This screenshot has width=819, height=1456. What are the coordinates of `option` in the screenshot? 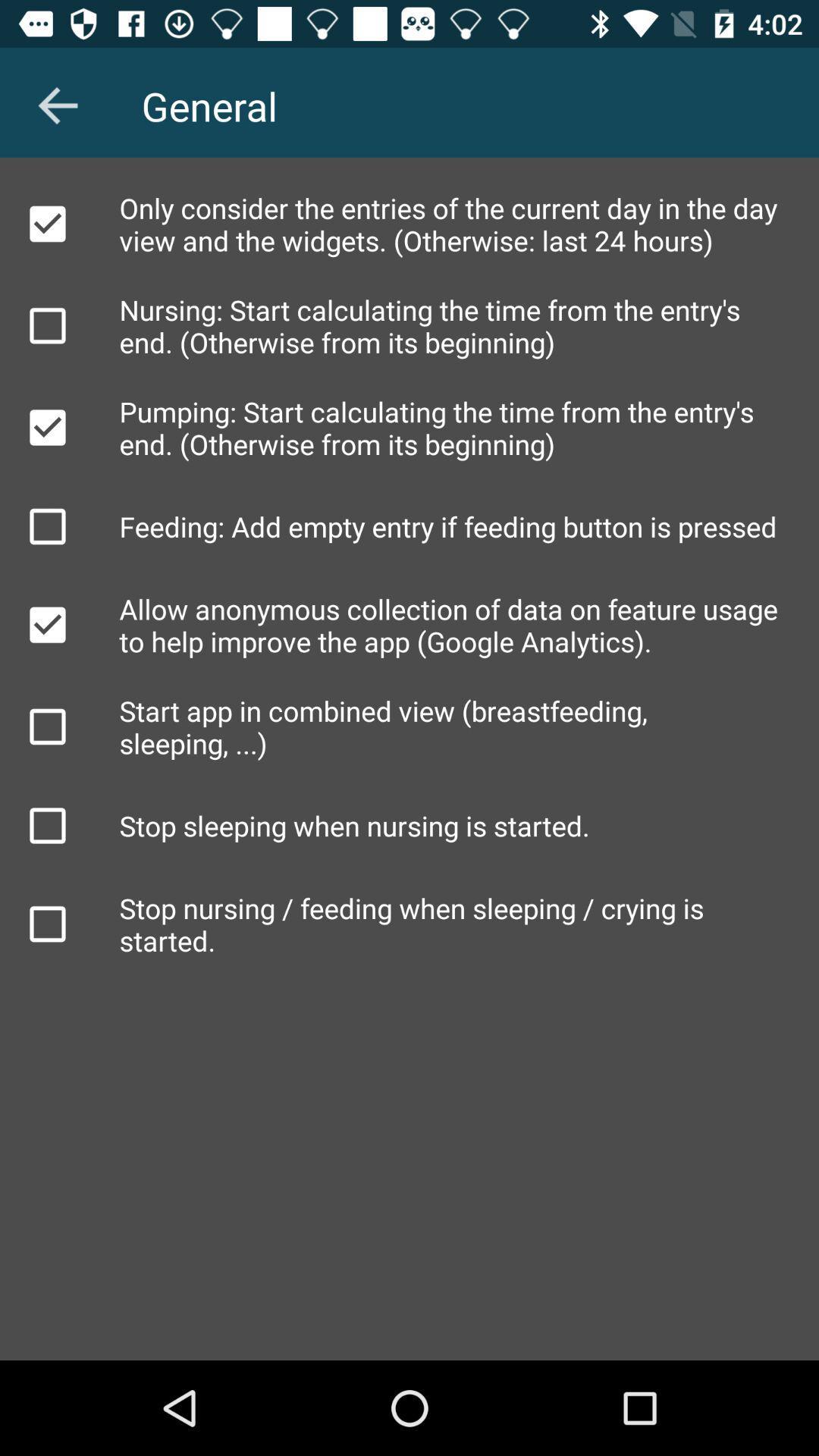 It's located at (46, 325).